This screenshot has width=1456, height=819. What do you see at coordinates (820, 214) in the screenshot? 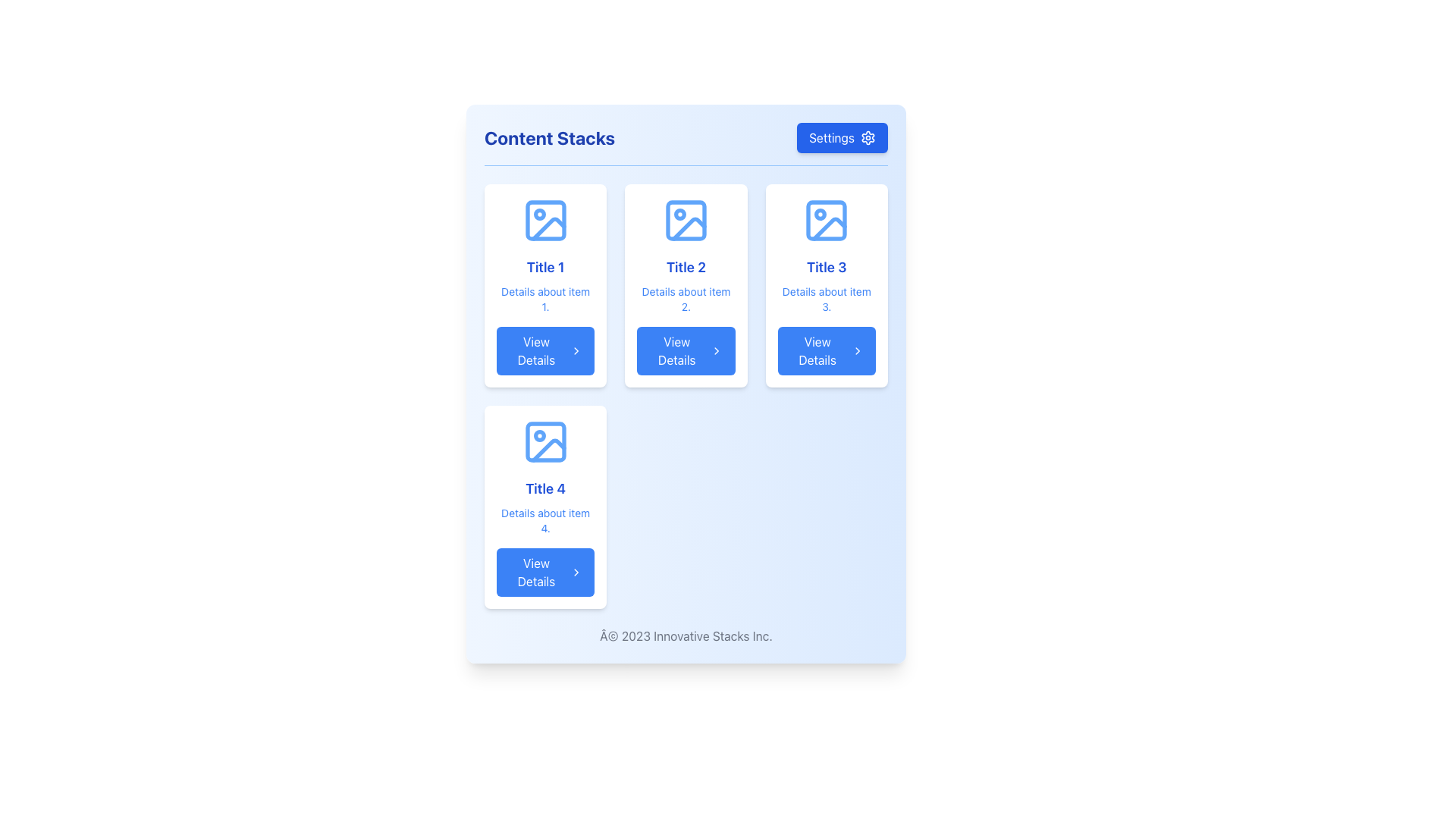
I see `the small circular icon located in the top-right corner of the image representing 'Title 3'` at bounding box center [820, 214].